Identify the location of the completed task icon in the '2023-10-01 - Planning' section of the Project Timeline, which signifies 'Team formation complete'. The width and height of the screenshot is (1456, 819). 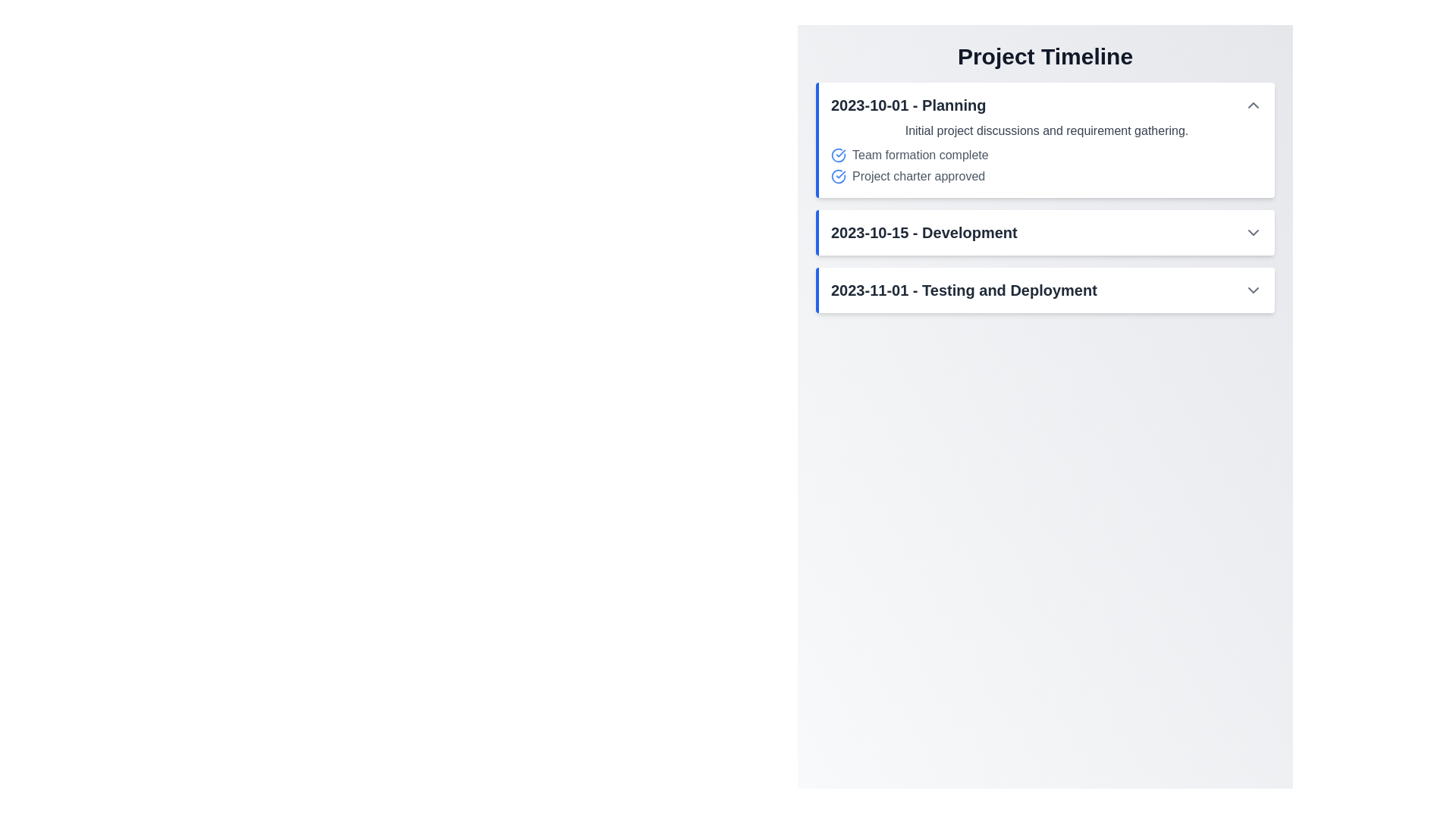
(837, 155).